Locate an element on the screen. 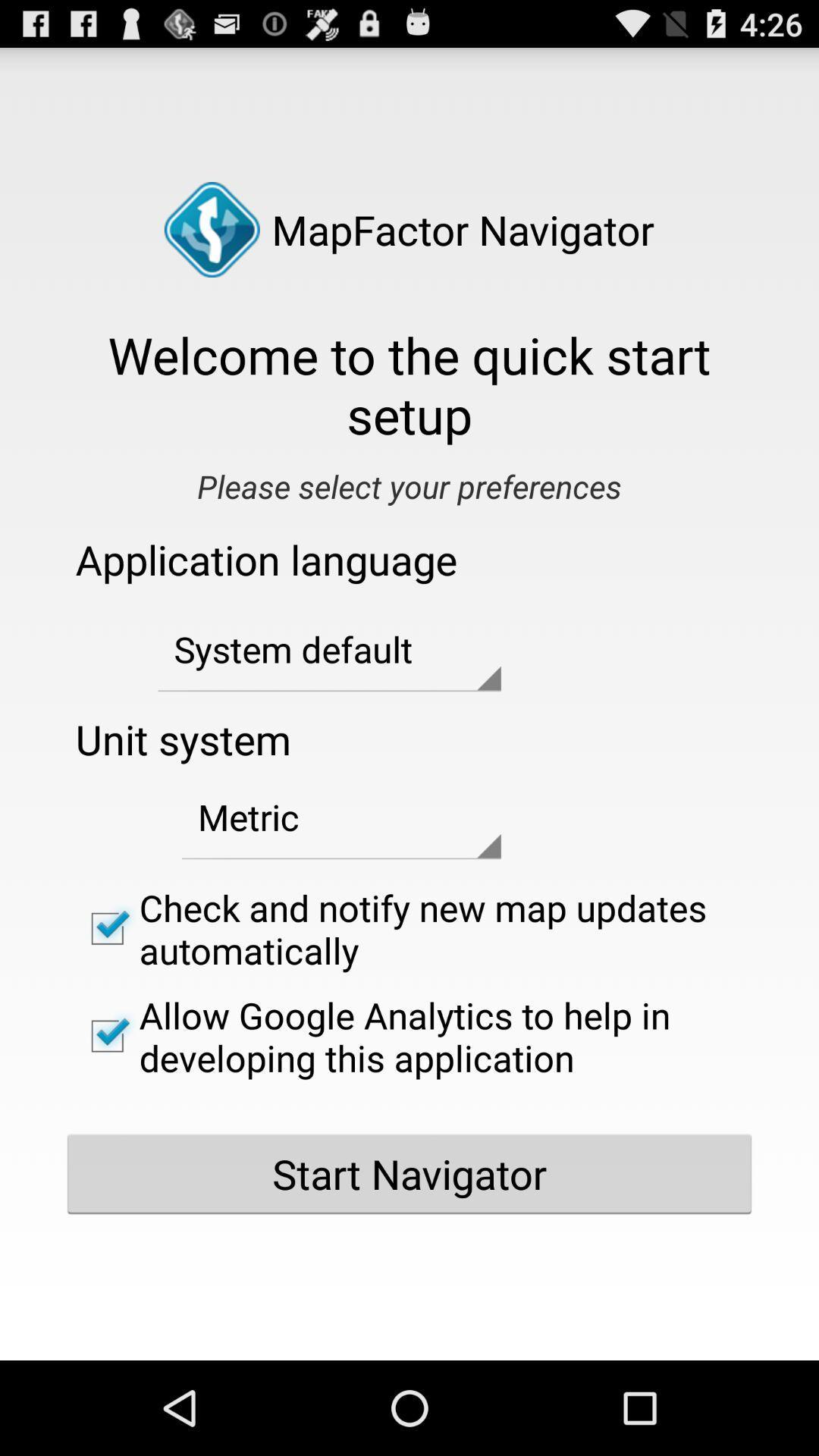 This screenshot has height=1456, width=819. the icon below the allow google analytics icon is located at coordinates (409, 1173).